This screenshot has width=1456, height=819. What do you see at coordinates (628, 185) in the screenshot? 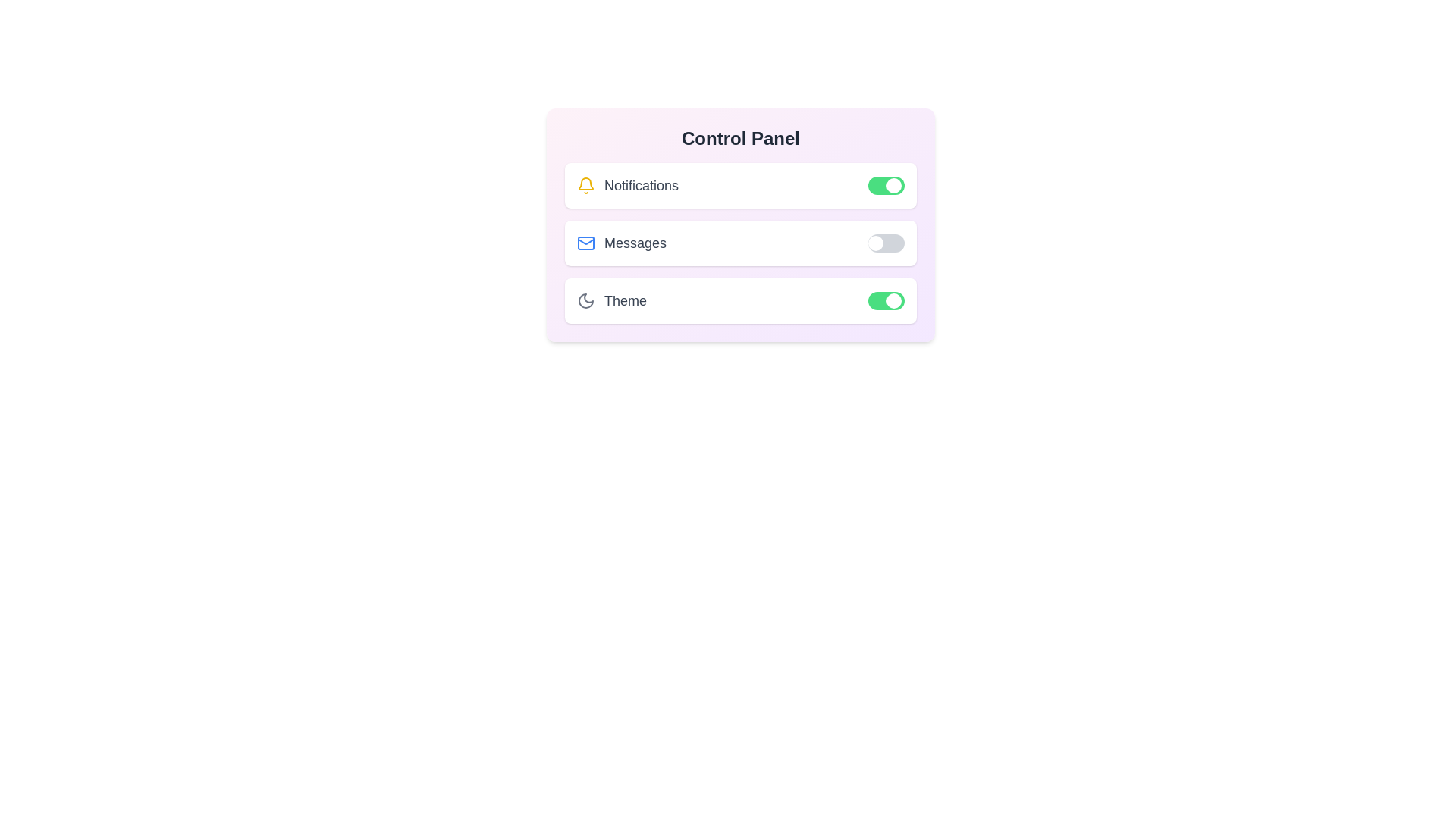
I see `the Composite label containing a yellow bell icon and the text 'Notifications', located inside the Control Panel box` at bounding box center [628, 185].